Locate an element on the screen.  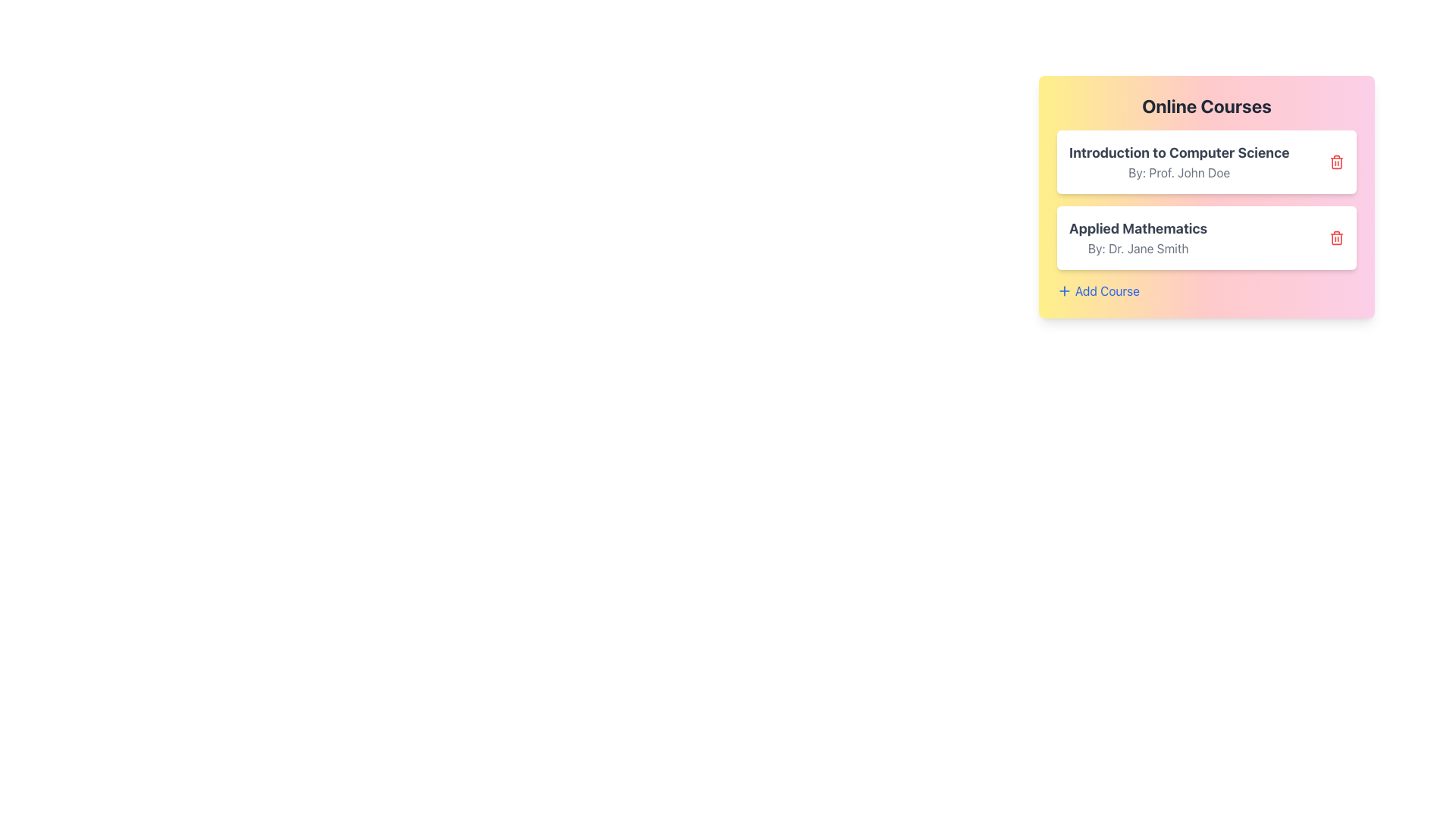
the course title of the second course item in the 'Online Courses' section is located at coordinates (1206, 215).